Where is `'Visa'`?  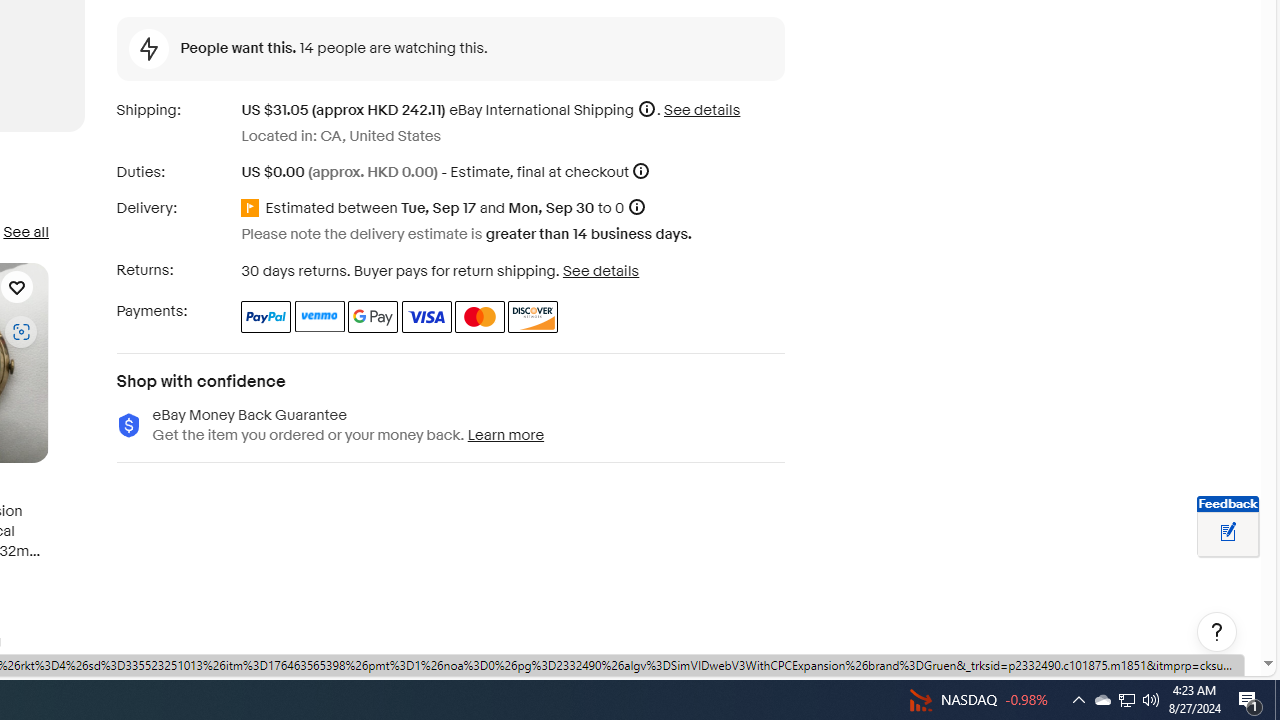
'Visa' is located at coordinates (425, 315).